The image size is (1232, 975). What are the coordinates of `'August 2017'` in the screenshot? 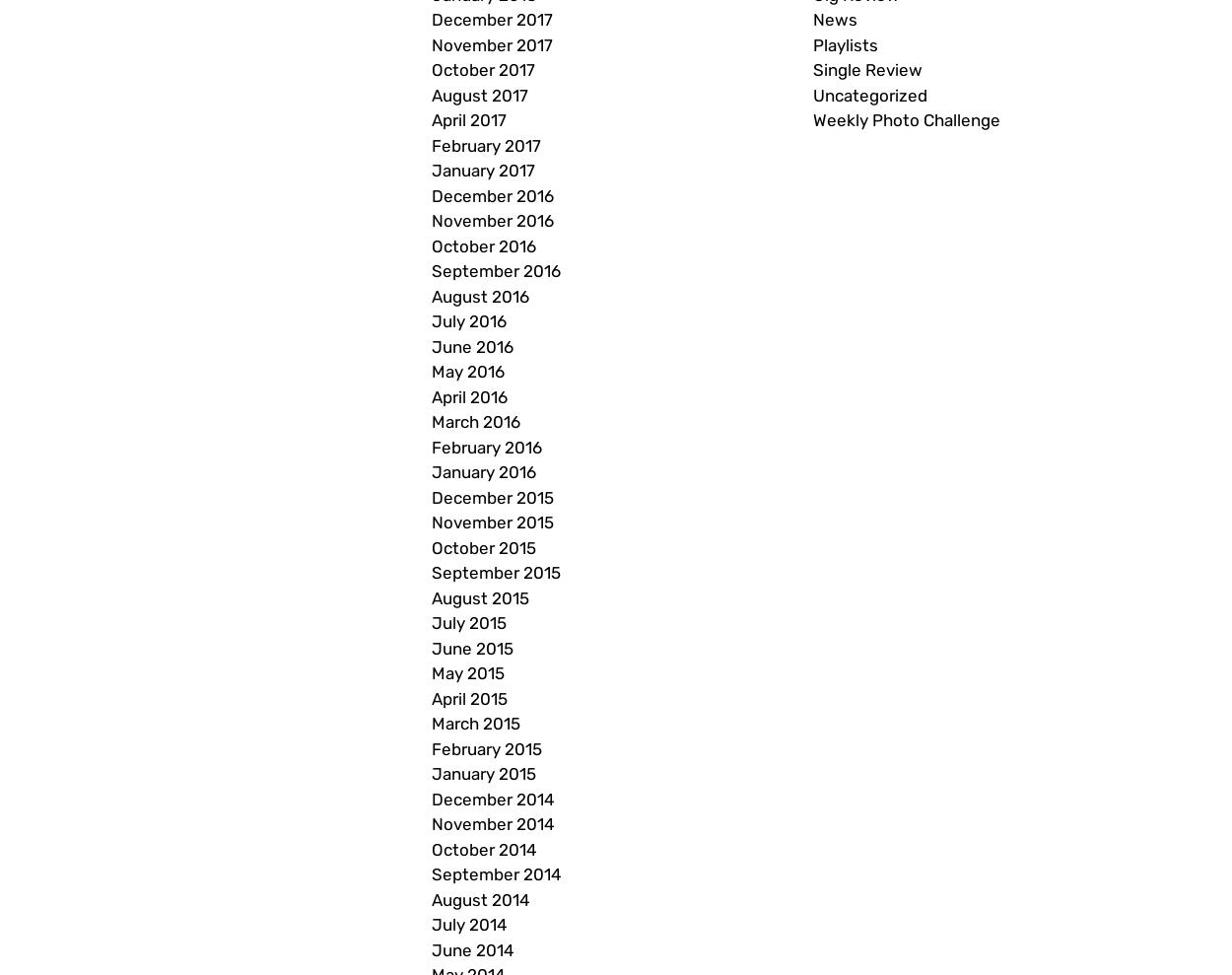 It's located at (478, 95).